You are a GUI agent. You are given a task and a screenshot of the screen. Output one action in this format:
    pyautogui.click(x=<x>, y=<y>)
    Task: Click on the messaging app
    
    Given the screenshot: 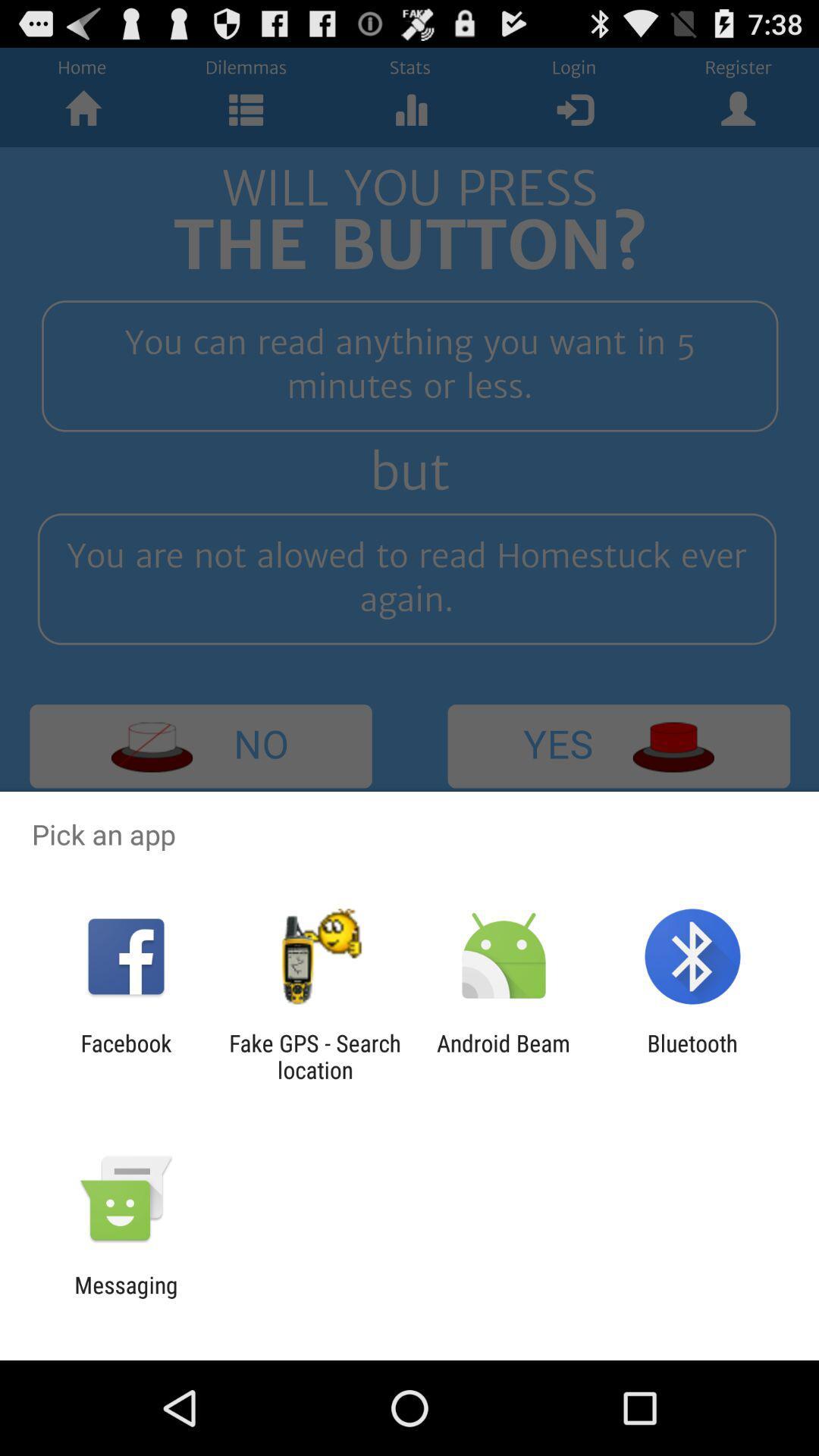 What is the action you would take?
    pyautogui.click(x=125, y=1298)
    